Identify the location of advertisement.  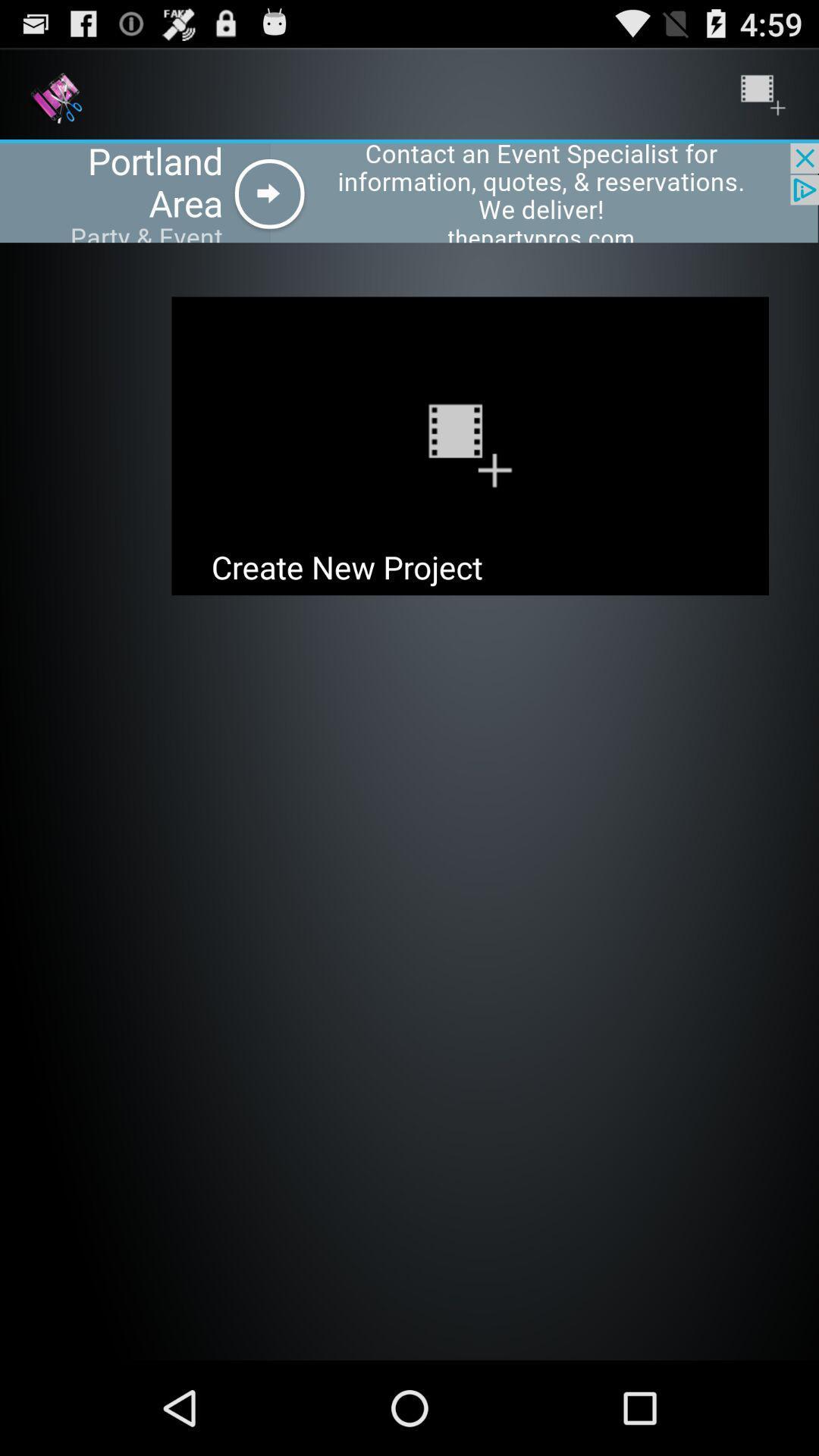
(409, 192).